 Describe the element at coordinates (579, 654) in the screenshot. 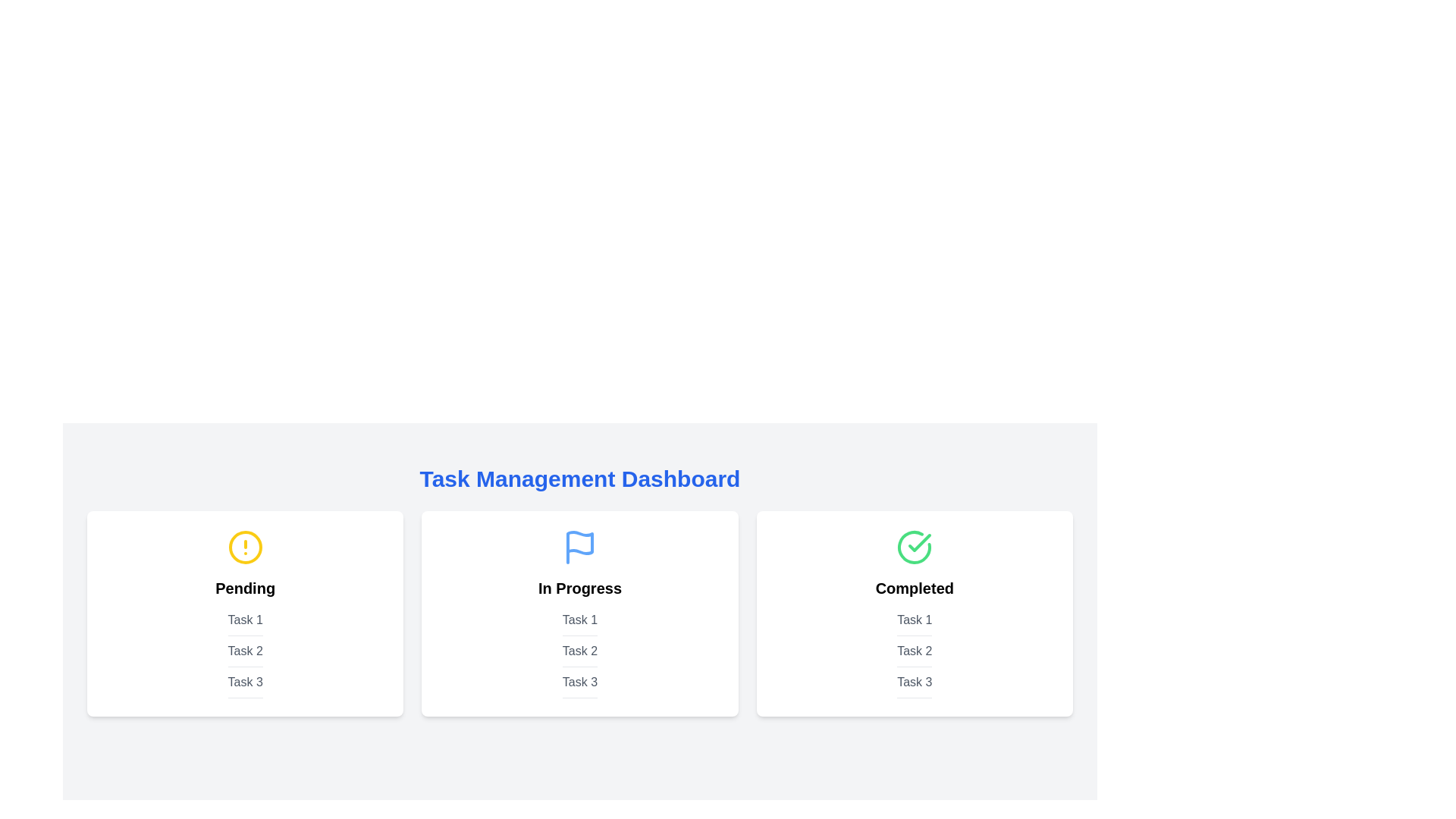

I see `text from the vertically stacked list of items ('Task 1', 'Task 2', 'Task 3') located in the center of the 'In Progress' card` at that location.